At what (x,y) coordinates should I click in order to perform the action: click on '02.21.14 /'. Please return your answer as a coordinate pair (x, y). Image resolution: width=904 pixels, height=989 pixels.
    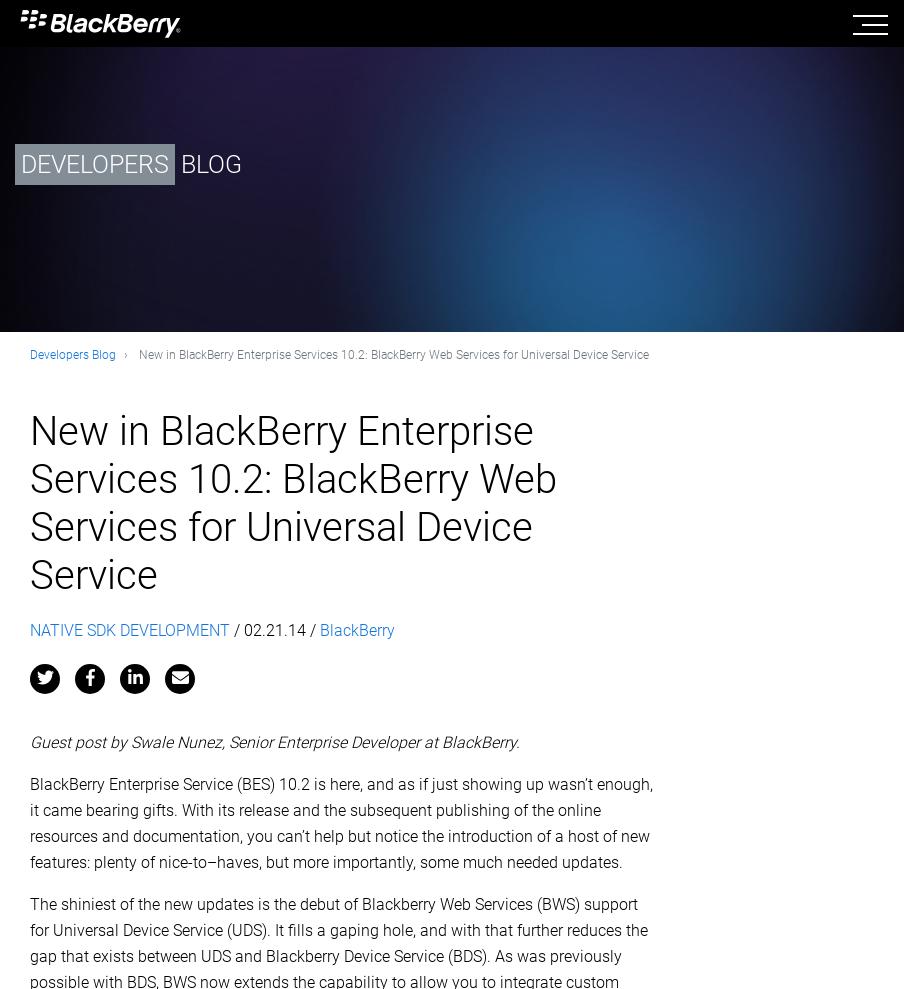
    Looking at the image, I should click on (280, 629).